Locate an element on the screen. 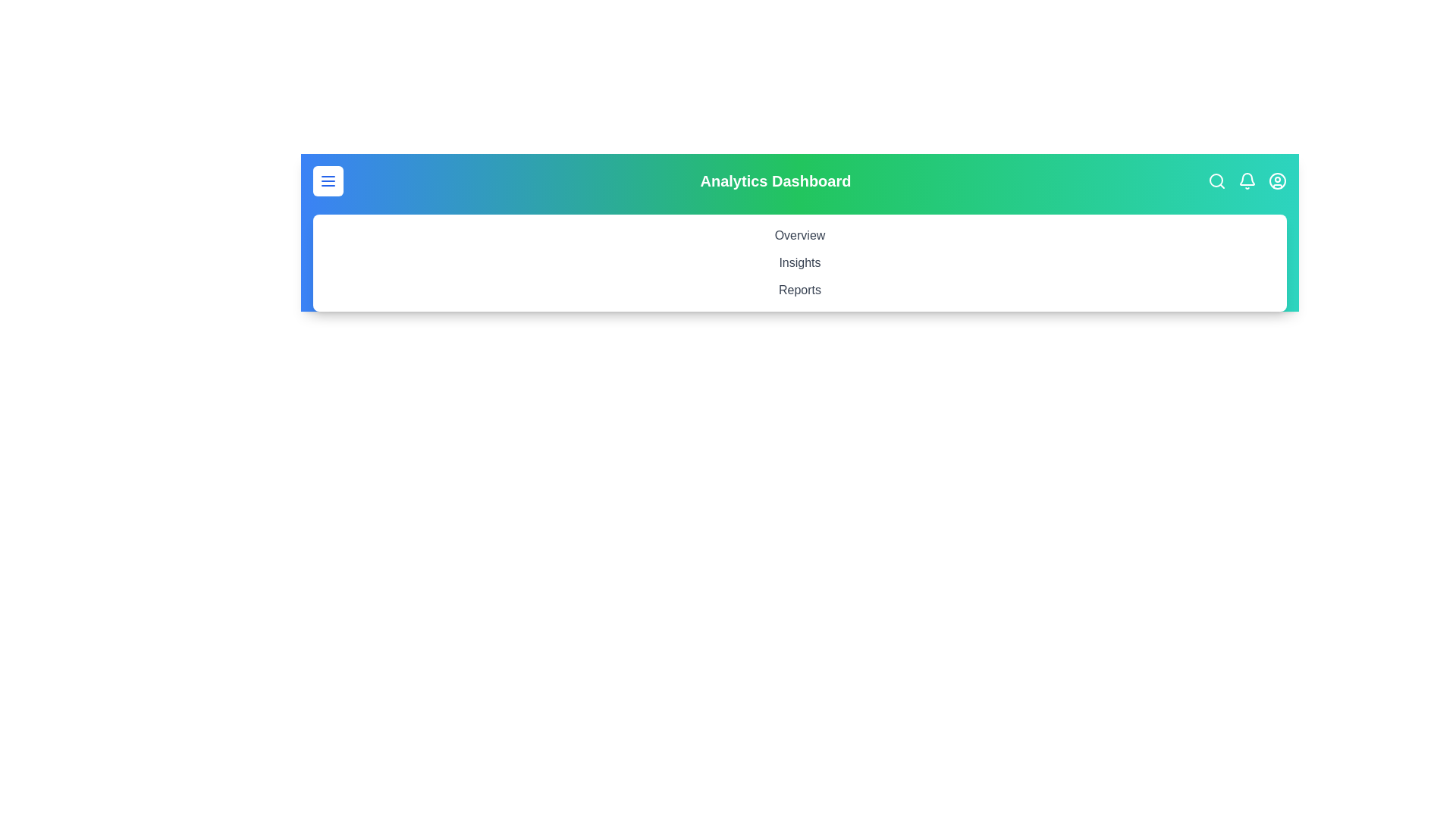 The image size is (1456, 819). the notification bell icon to view notifications is located at coordinates (1247, 180).